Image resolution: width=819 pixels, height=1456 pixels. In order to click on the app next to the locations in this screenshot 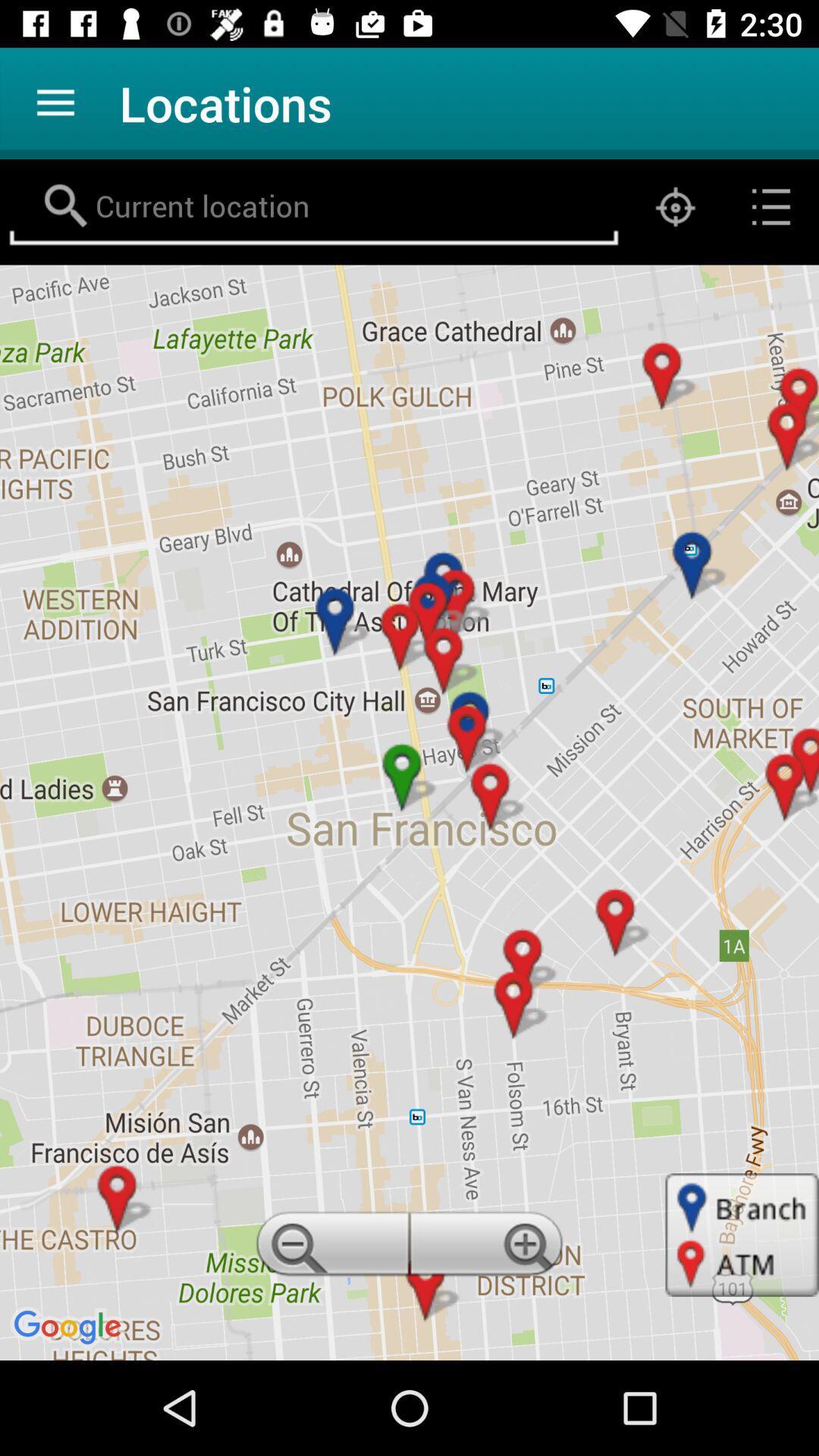, I will do `click(55, 102)`.